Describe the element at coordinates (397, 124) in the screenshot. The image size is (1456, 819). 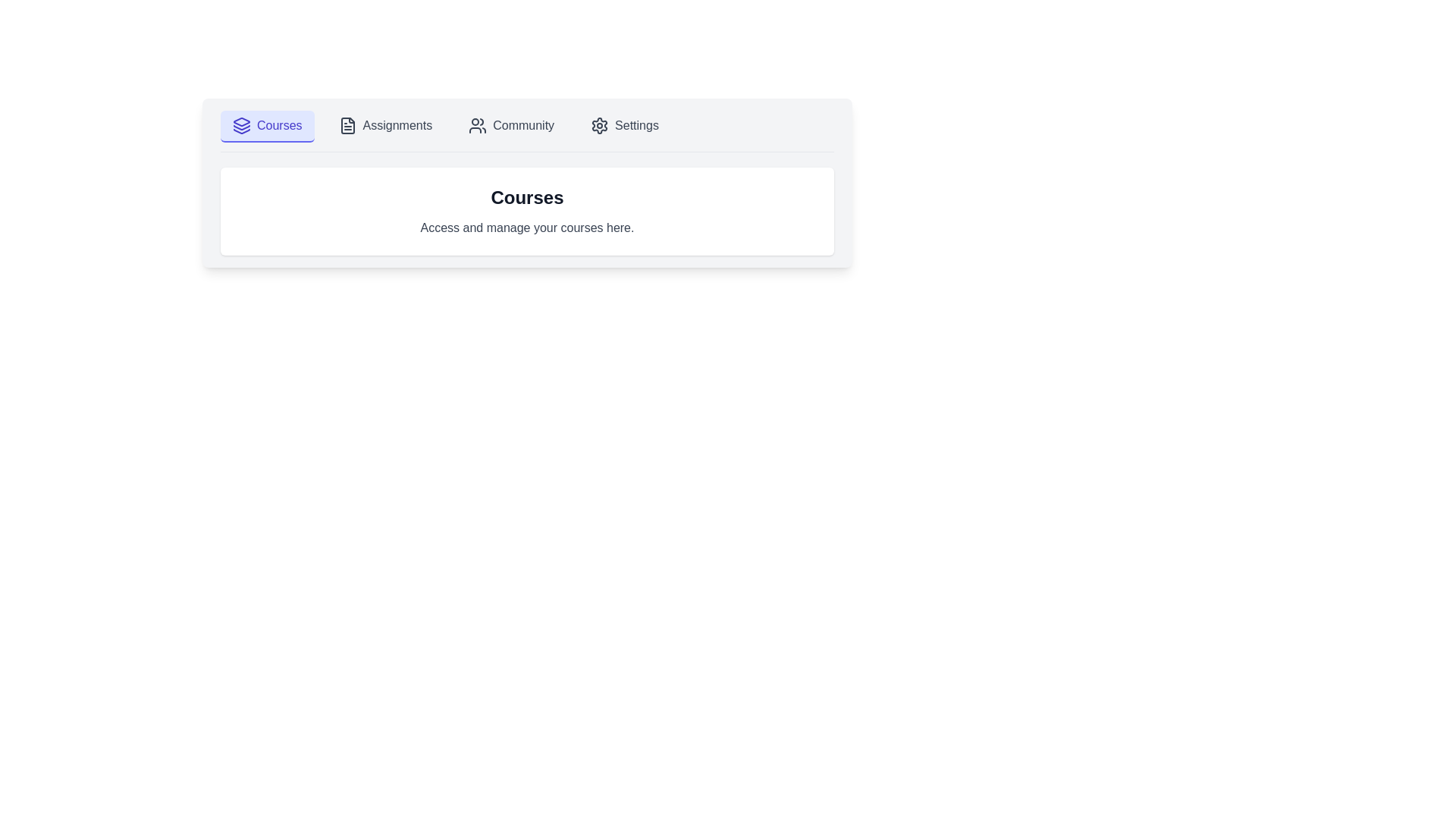
I see `the 'Assignments' text label in the top menu bar to trigger a visual change` at that location.